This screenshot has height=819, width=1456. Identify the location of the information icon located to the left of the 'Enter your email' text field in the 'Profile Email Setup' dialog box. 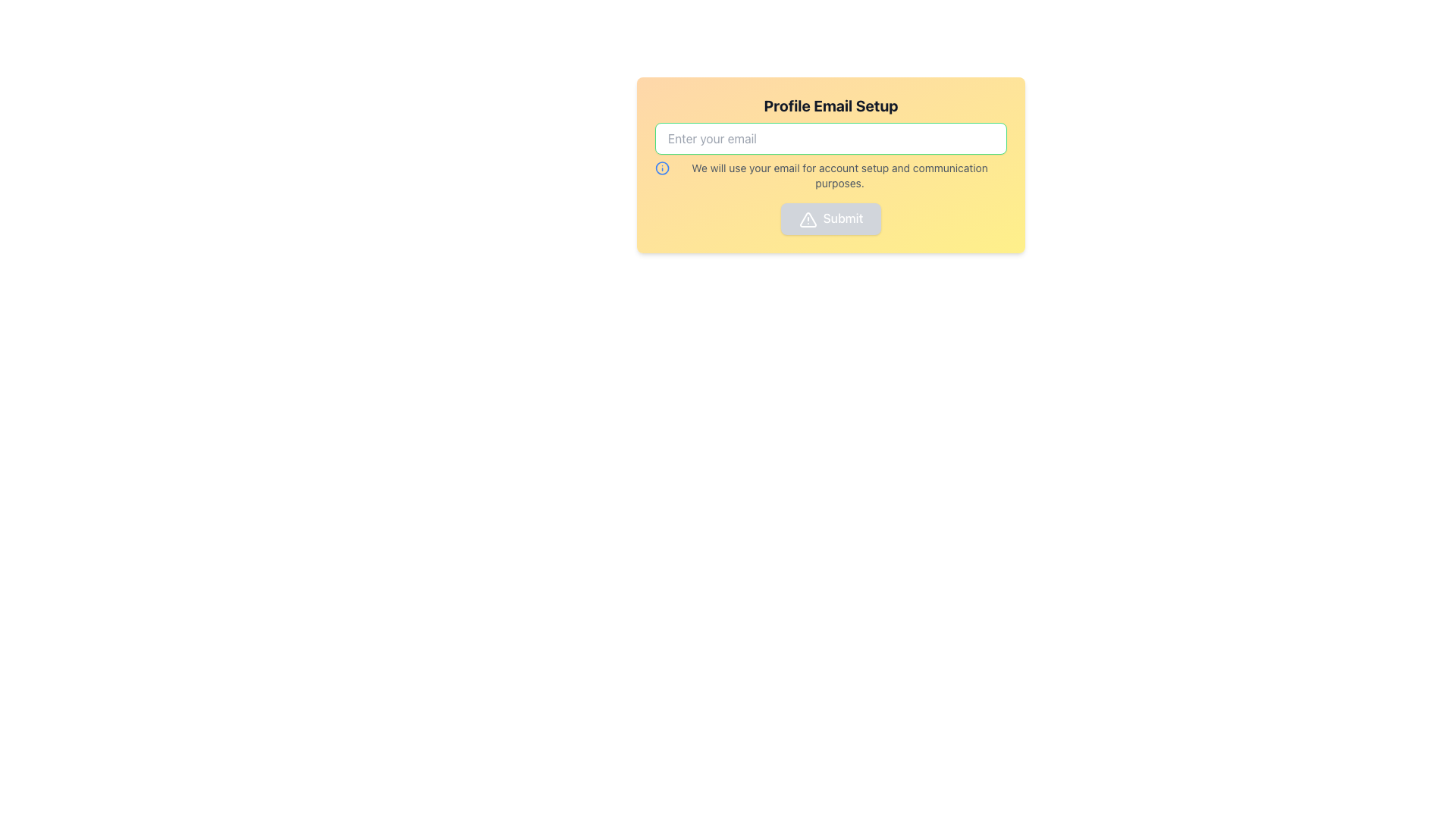
(662, 168).